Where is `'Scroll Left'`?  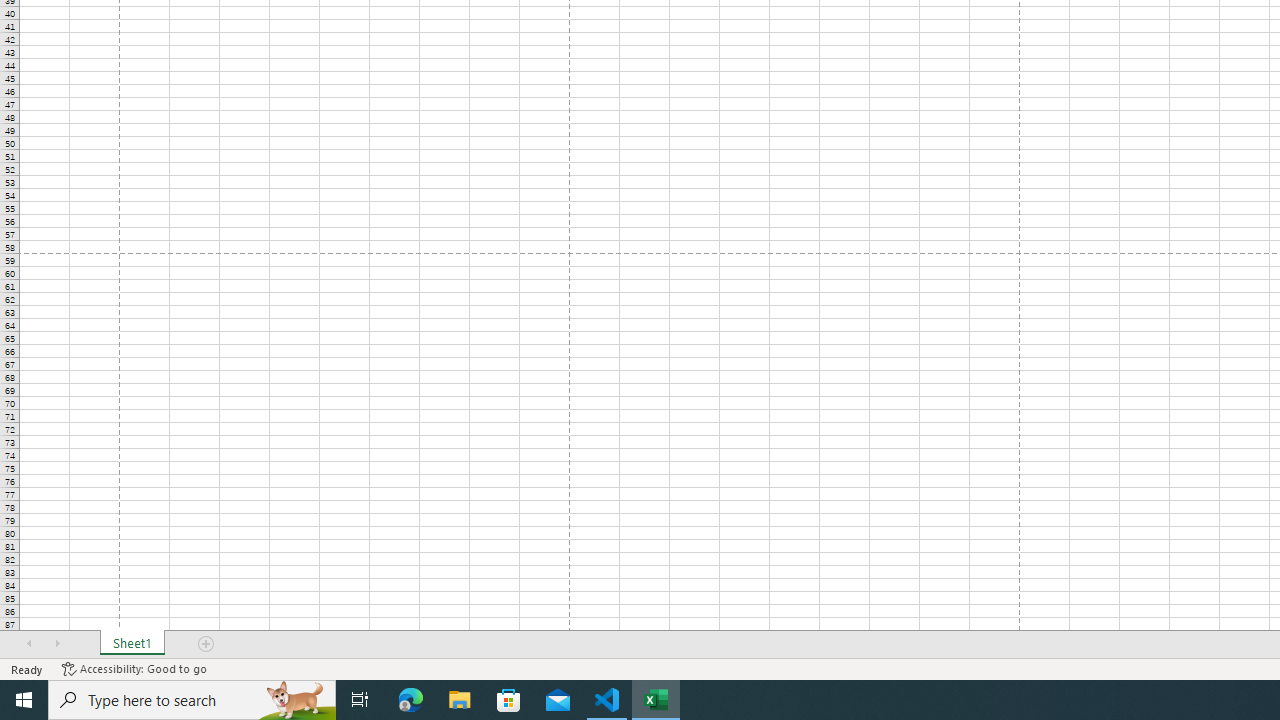
'Scroll Left' is located at coordinates (29, 644).